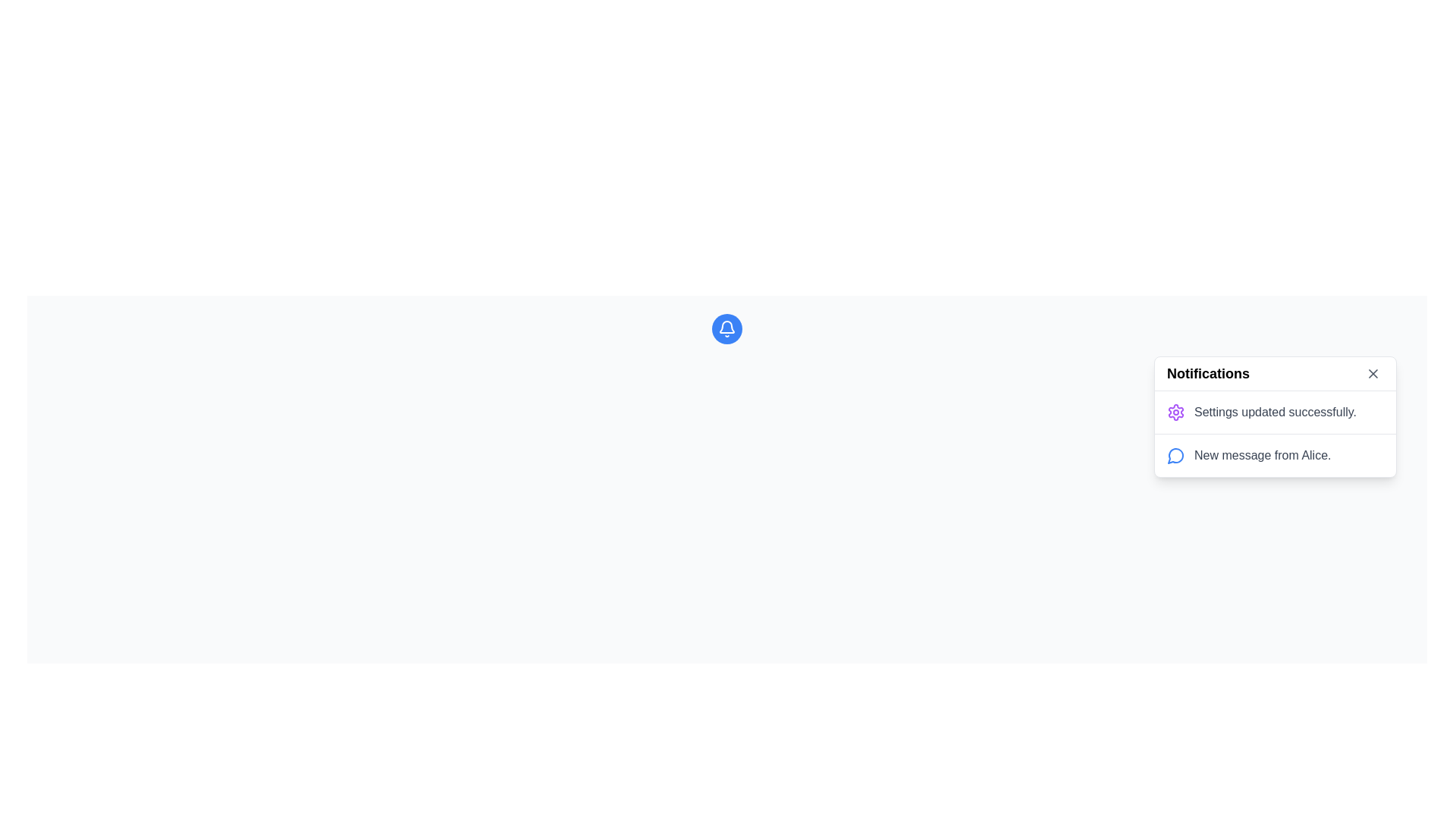 The image size is (1456, 819). I want to click on the close icon in the upper-right corner of the notification panel, so click(1373, 374).